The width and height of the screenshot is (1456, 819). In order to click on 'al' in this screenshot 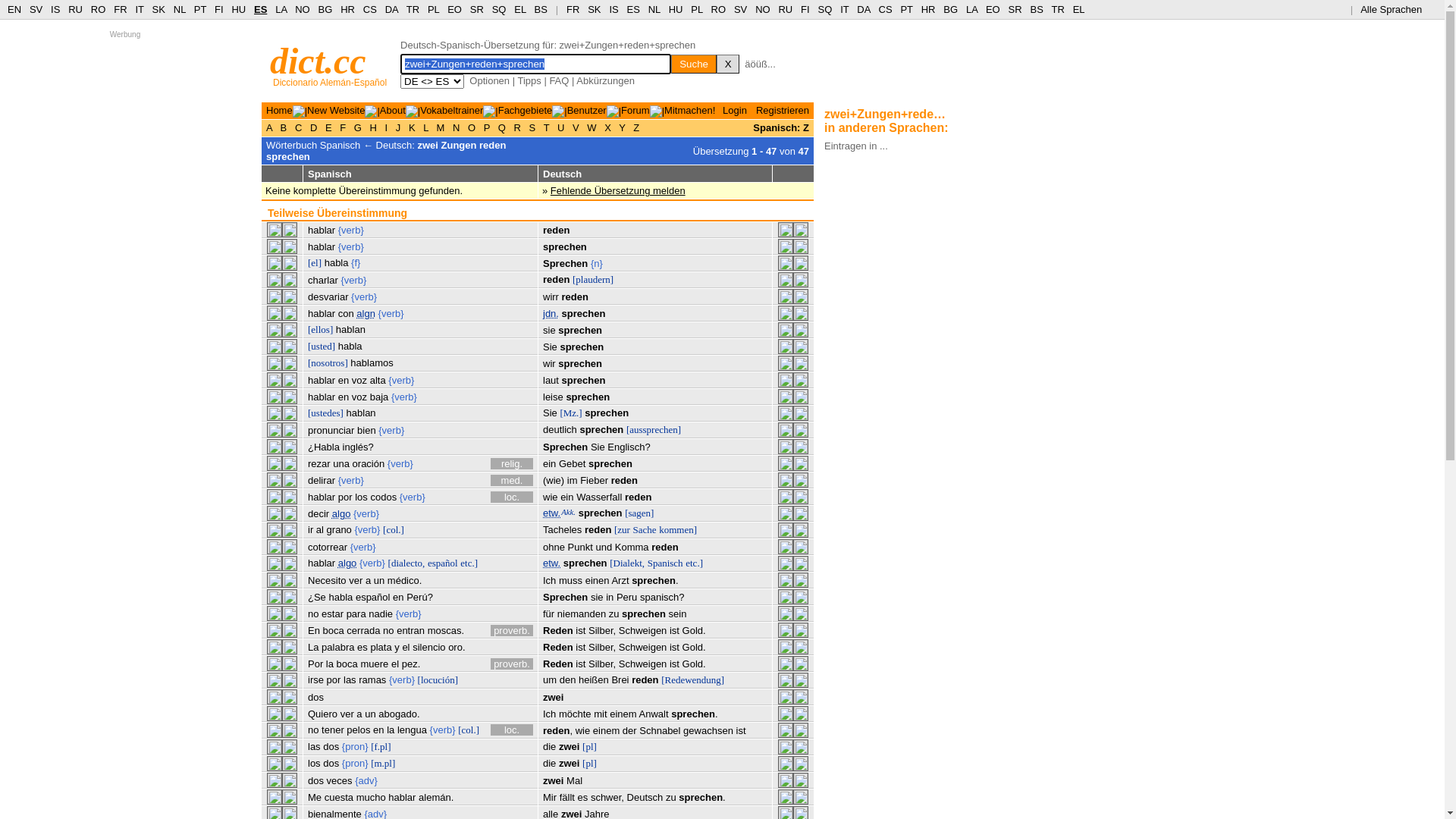, I will do `click(319, 529)`.